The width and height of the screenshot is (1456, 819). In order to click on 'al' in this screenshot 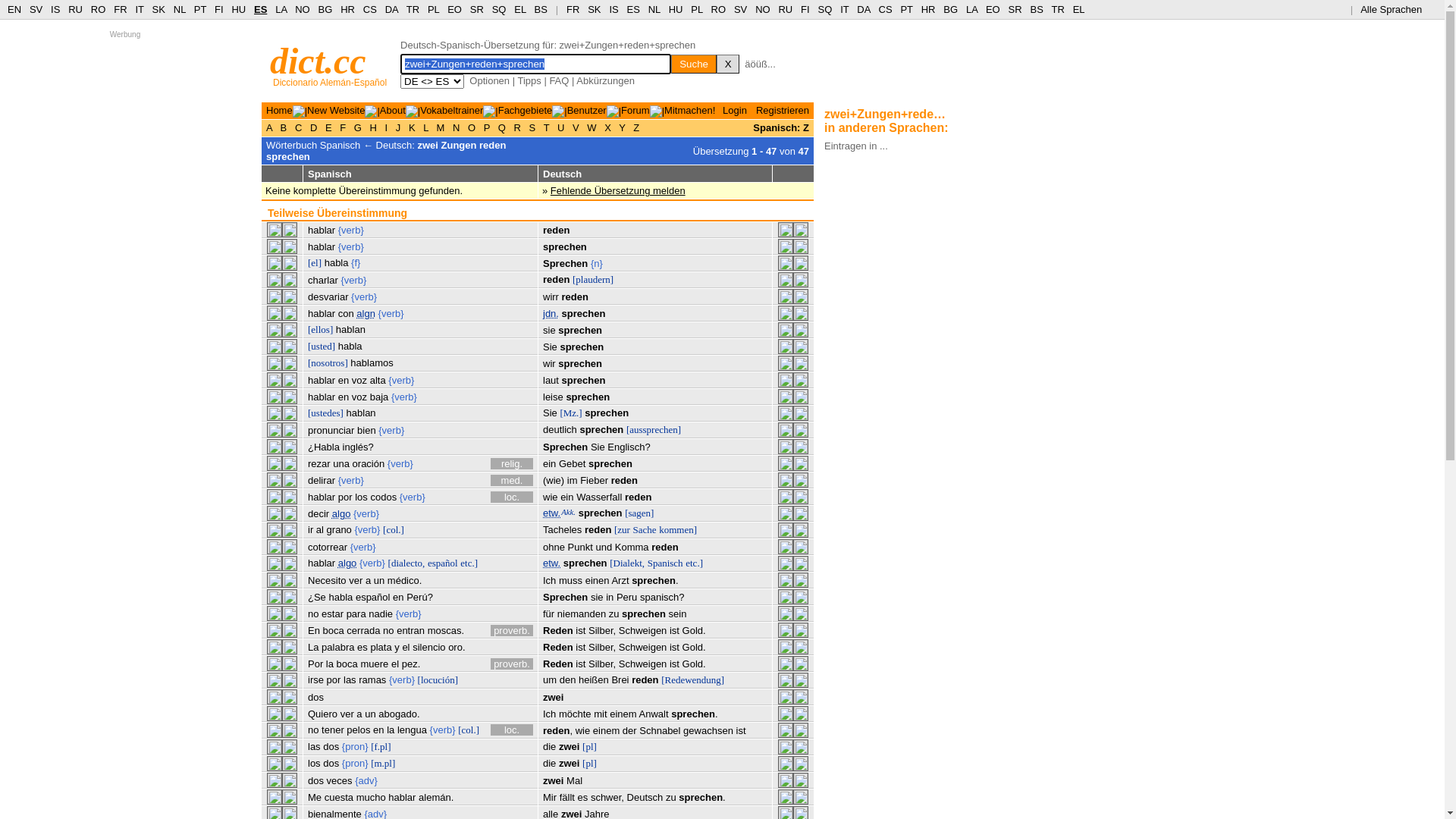, I will do `click(319, 529)`.